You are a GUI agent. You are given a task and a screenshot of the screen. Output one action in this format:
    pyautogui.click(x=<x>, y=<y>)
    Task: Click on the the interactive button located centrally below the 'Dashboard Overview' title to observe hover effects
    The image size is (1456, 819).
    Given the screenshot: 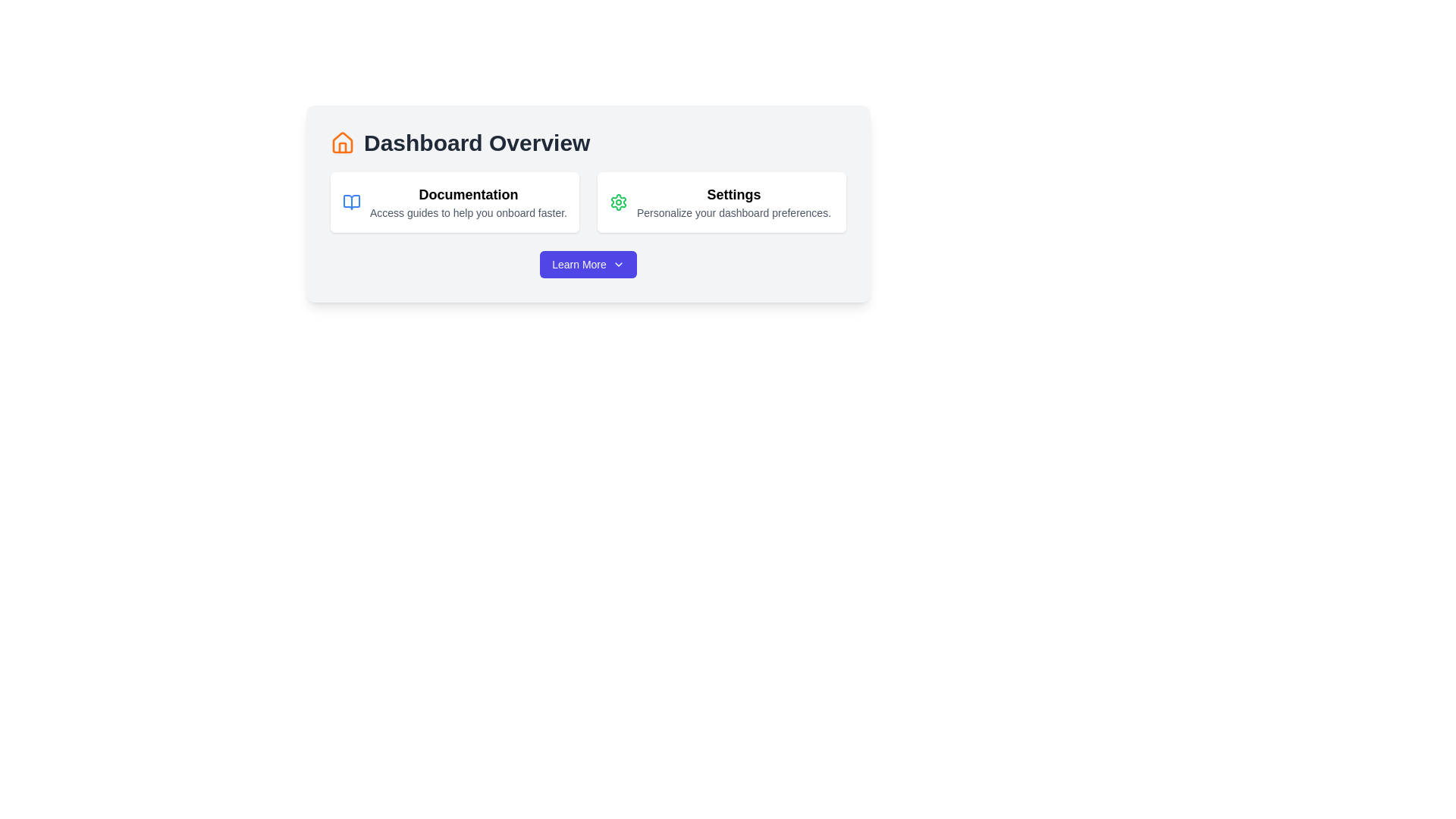 What is the action you would take?
    pyautogui.click(x=588, y=263)
    